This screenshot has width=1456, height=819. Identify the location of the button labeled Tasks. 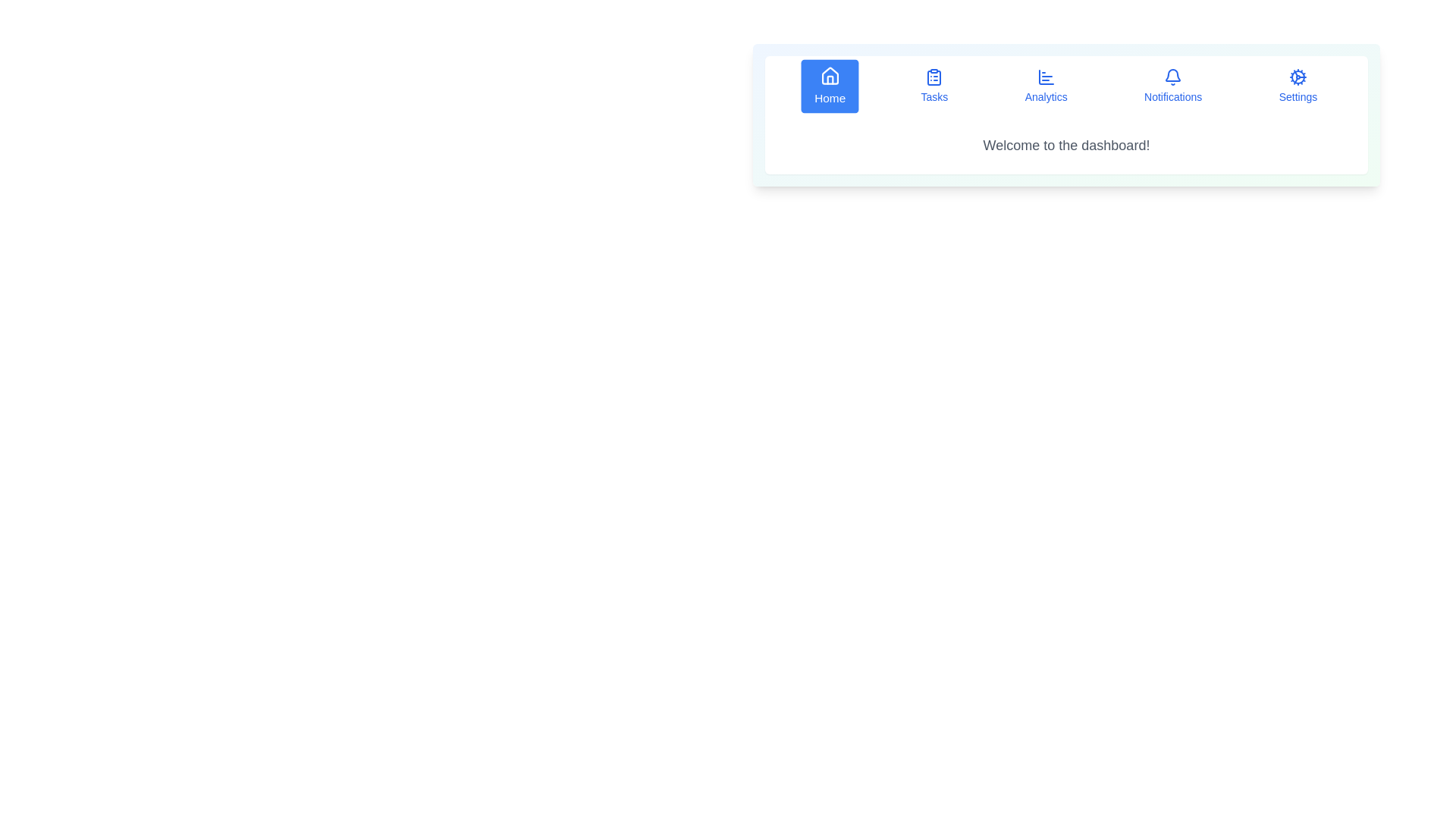
(934, 86).